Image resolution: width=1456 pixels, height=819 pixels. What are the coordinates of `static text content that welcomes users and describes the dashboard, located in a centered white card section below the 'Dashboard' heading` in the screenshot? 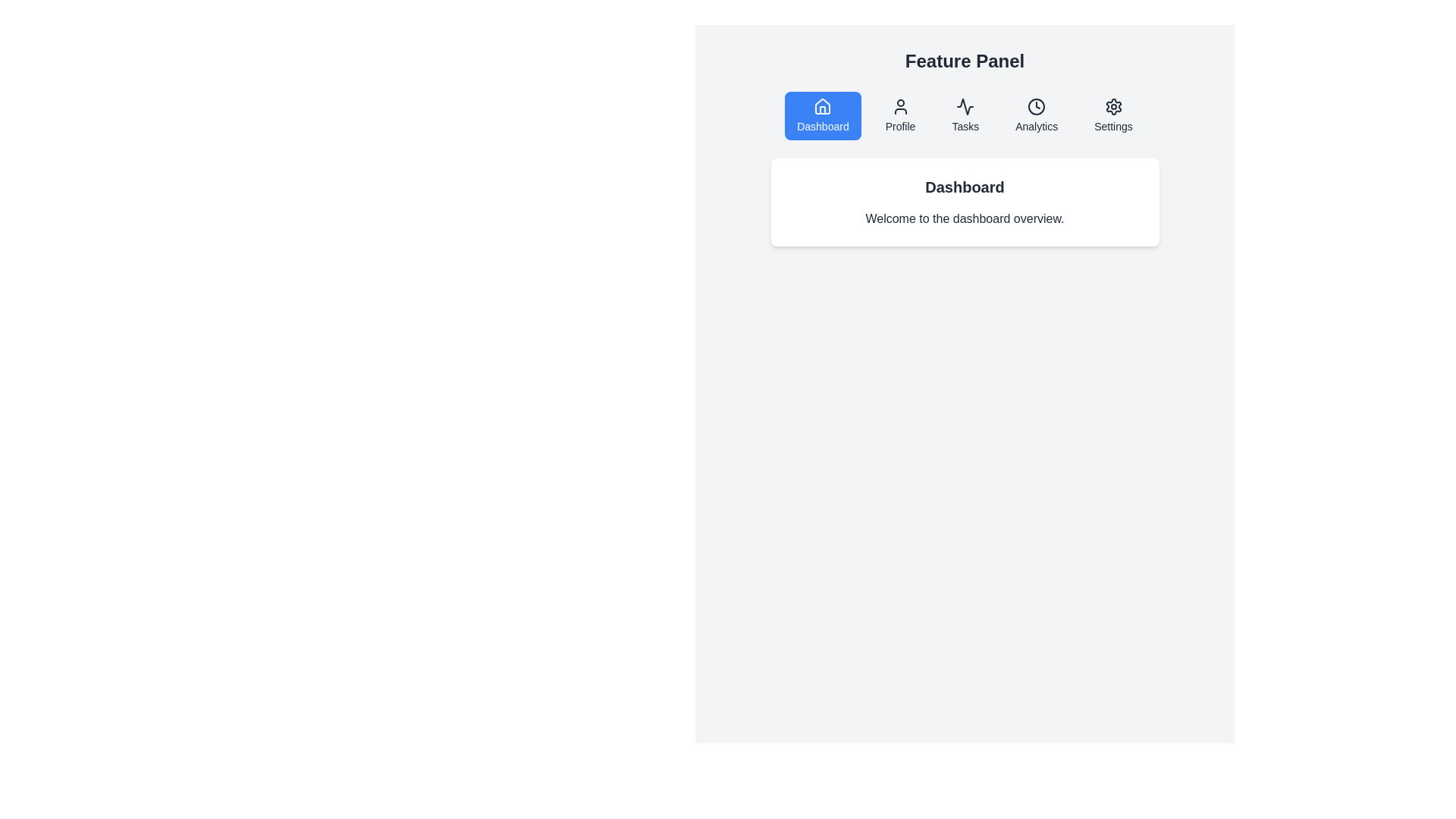 It's located at (964, 219).